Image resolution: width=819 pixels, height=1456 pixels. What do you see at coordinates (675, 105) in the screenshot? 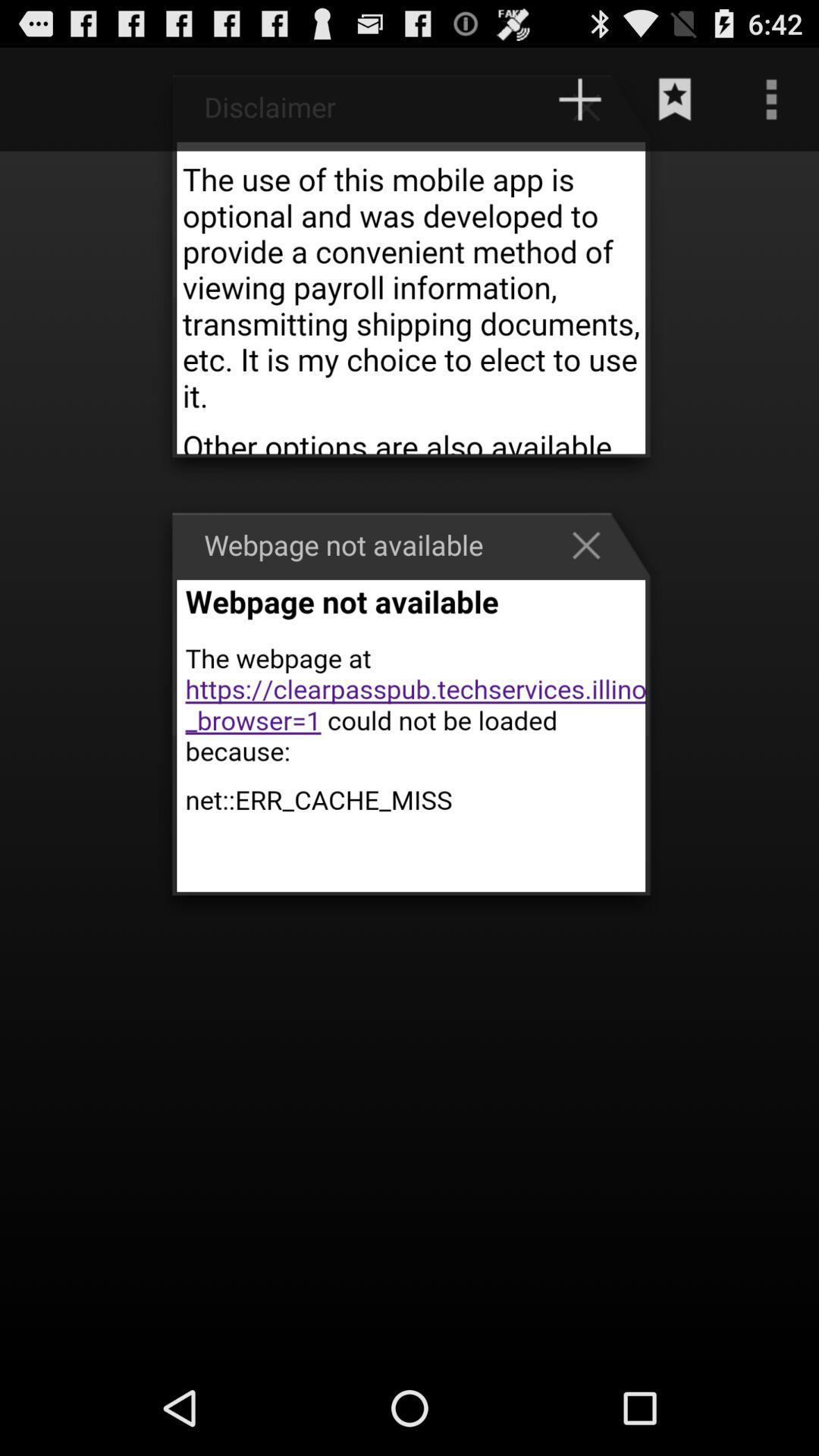
I see `the bookmark icon` at bounding box center [675, 105].